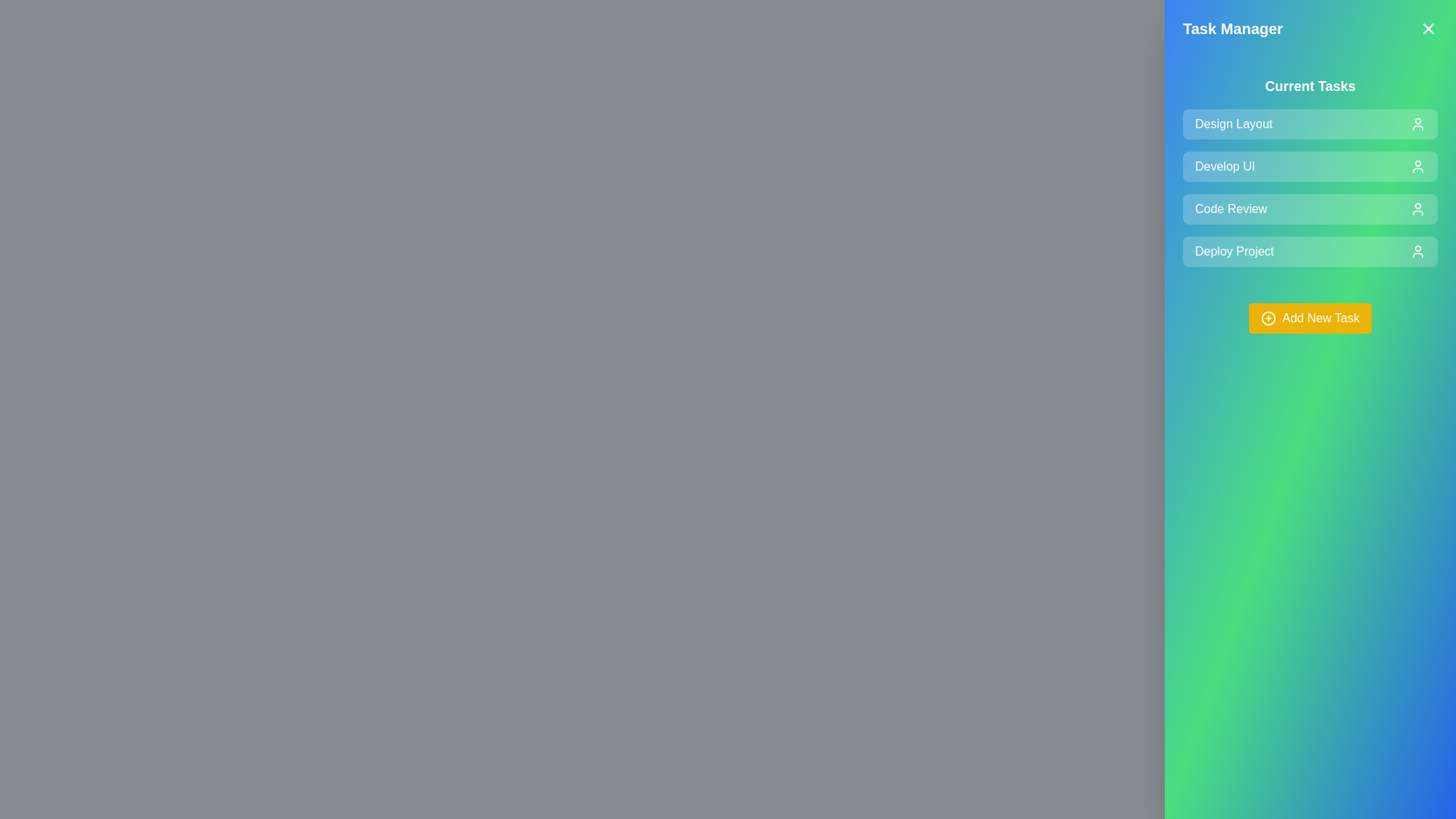 This screenshot has width=1456, height=819. I want to click on the 'Design Layout' task in the 'Current Tasks' section to focus on the task, so click(1310, 124).